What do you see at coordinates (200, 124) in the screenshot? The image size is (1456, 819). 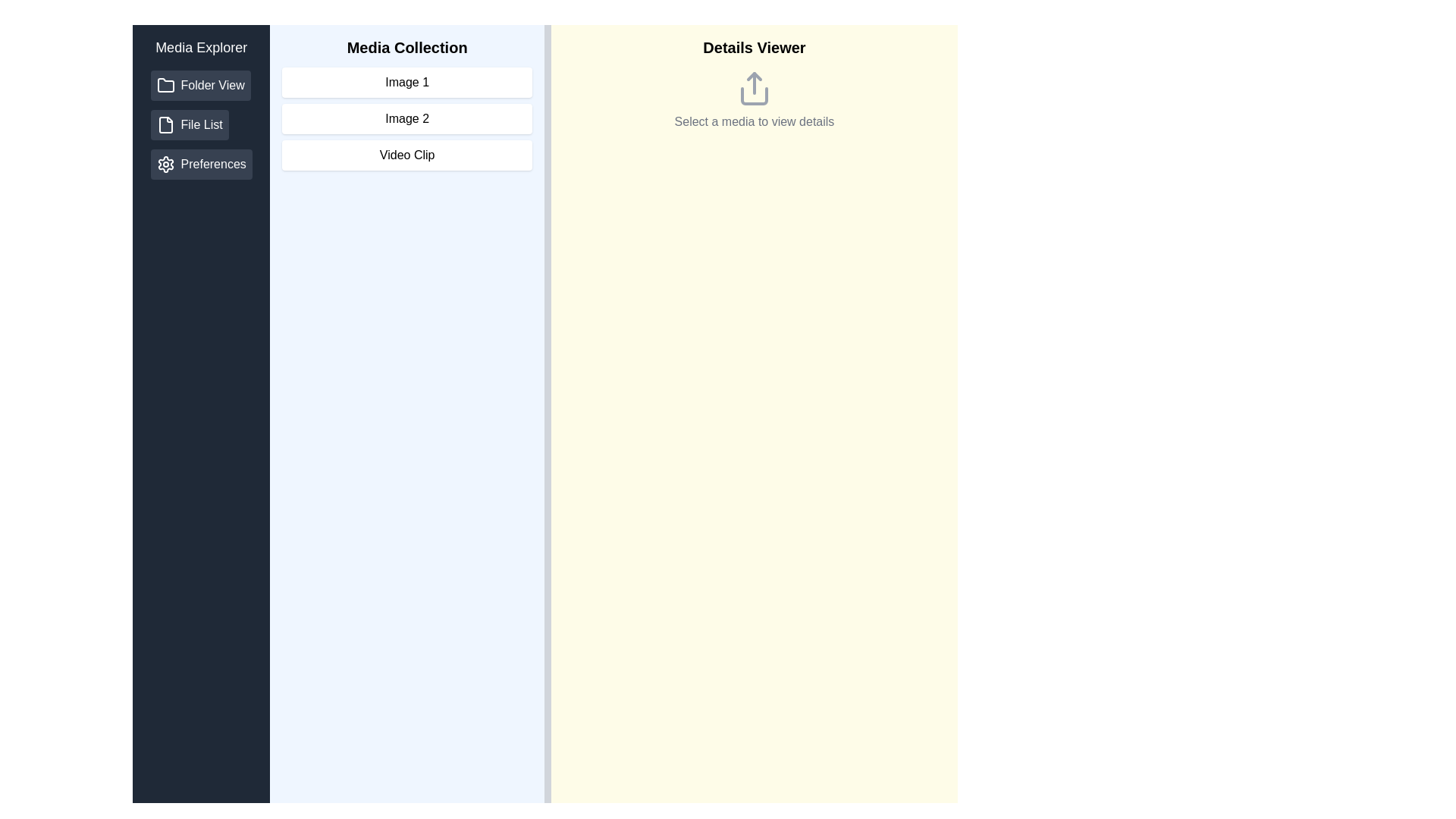 I see `the 'File List' button located in the left sidebar beneath the 'Folder View' button` at bounding box center [200, 124].